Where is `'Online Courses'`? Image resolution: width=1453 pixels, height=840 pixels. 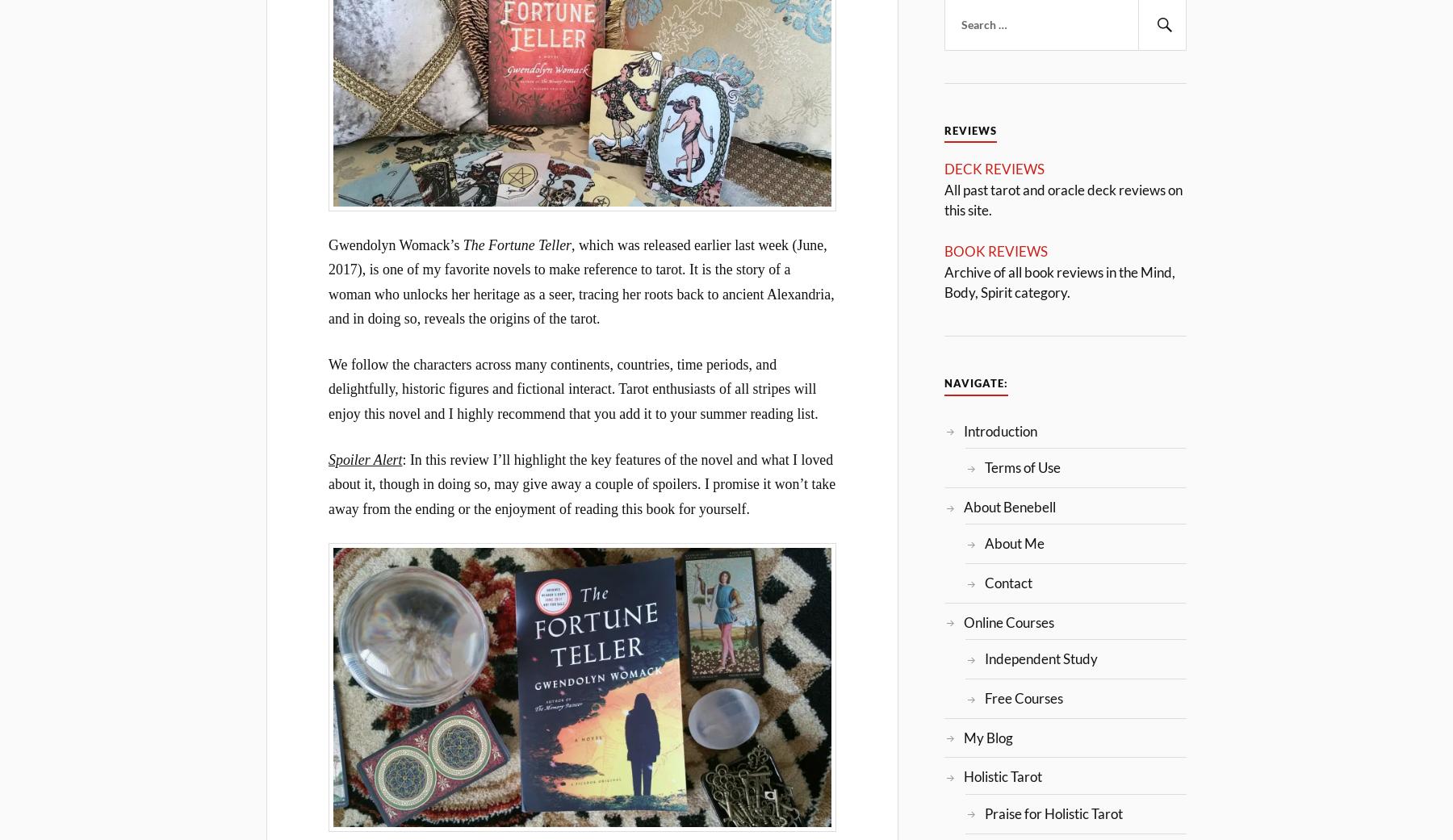 'Online Courses' is located at coordinates (1008, 621).